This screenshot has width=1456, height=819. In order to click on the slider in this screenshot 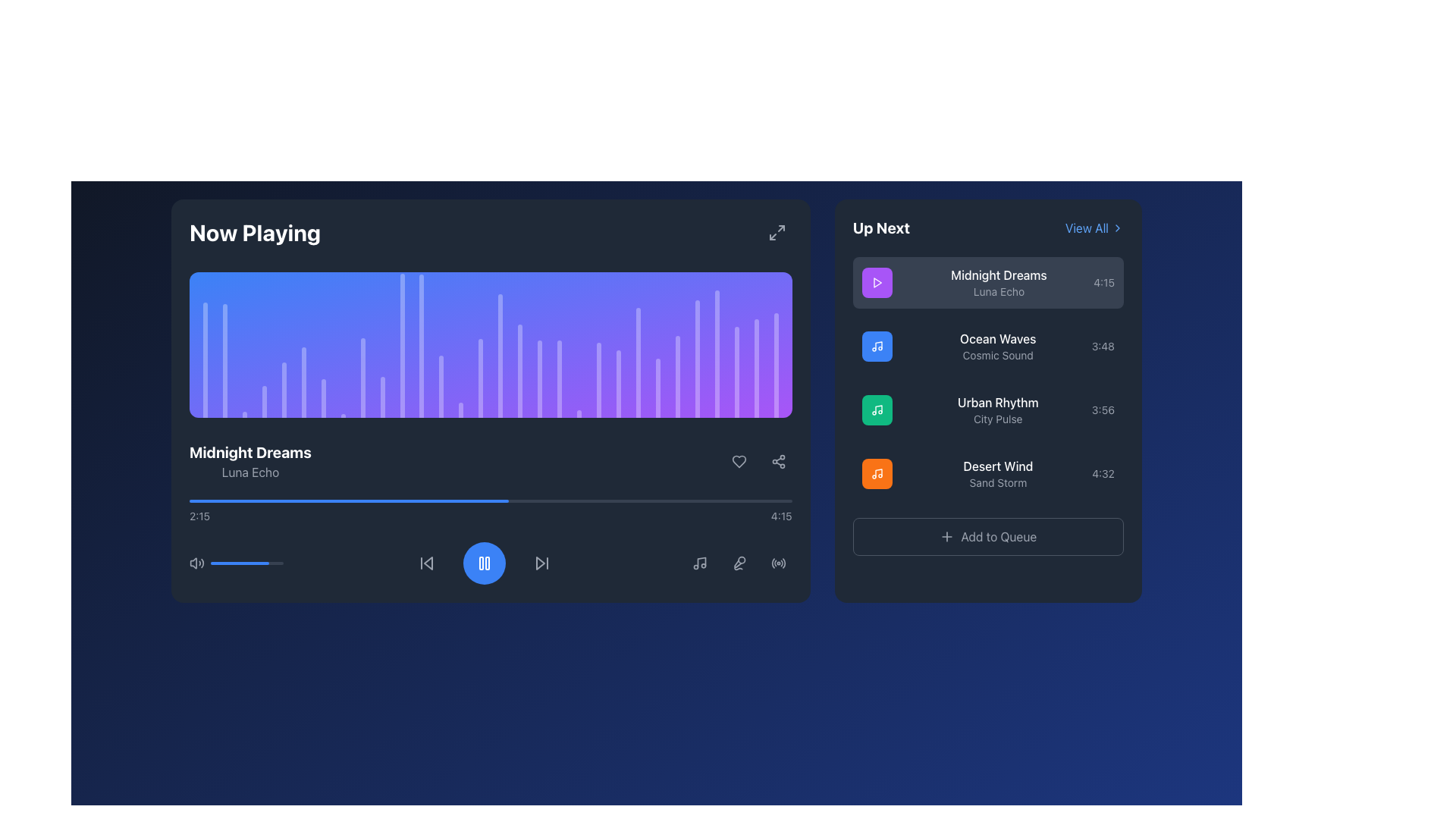, I will do `click(263, 563)`.